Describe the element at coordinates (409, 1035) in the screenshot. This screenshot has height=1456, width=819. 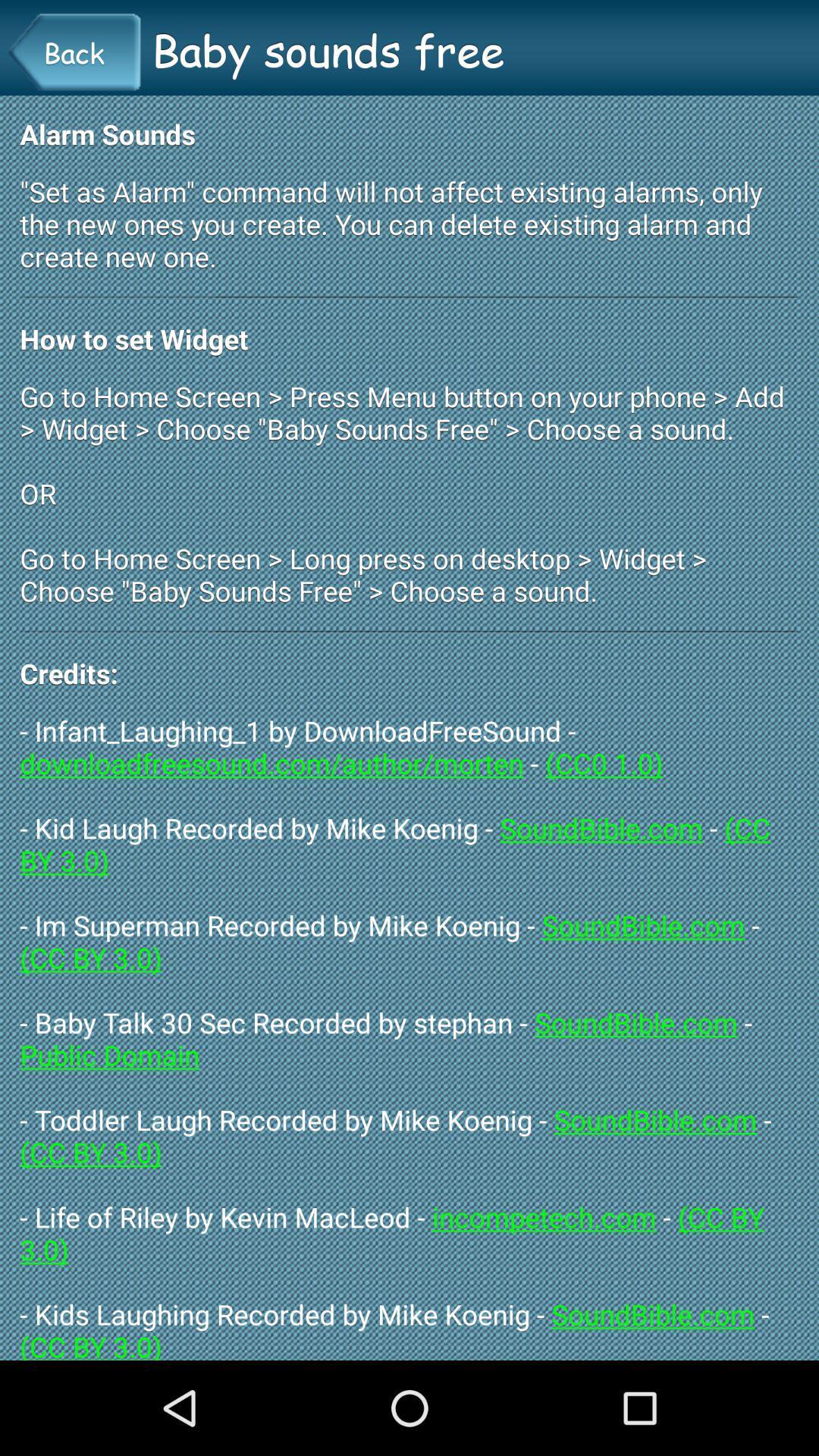
I see `item below credits: app` at that location.